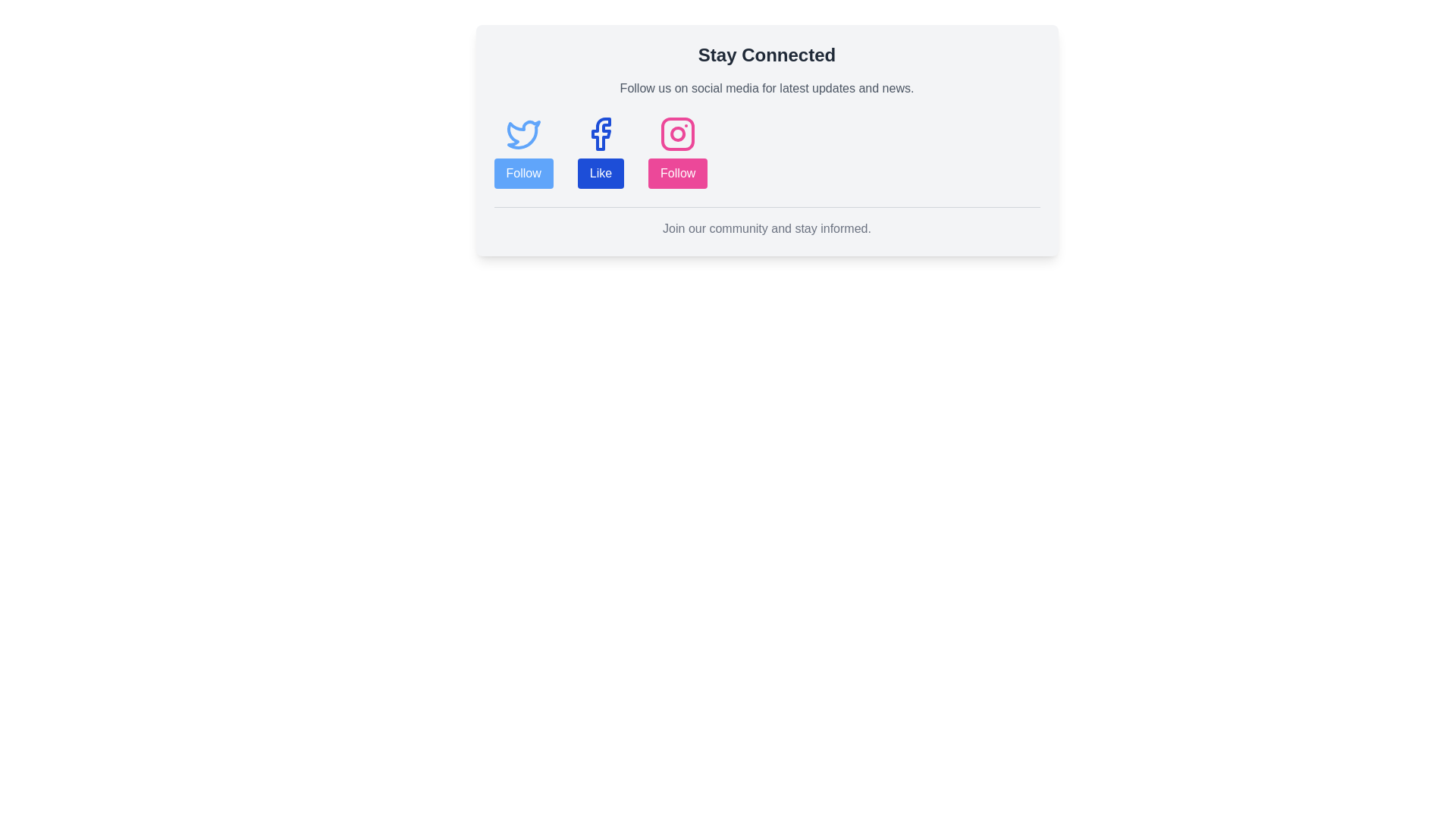 The width and height of the screenshot is (1456, 819). What do you see at coordinates (523, 172) in the screenshot?
I see `the 'Follow' button with a light blue background and white text` at bounding box center [523, 172].